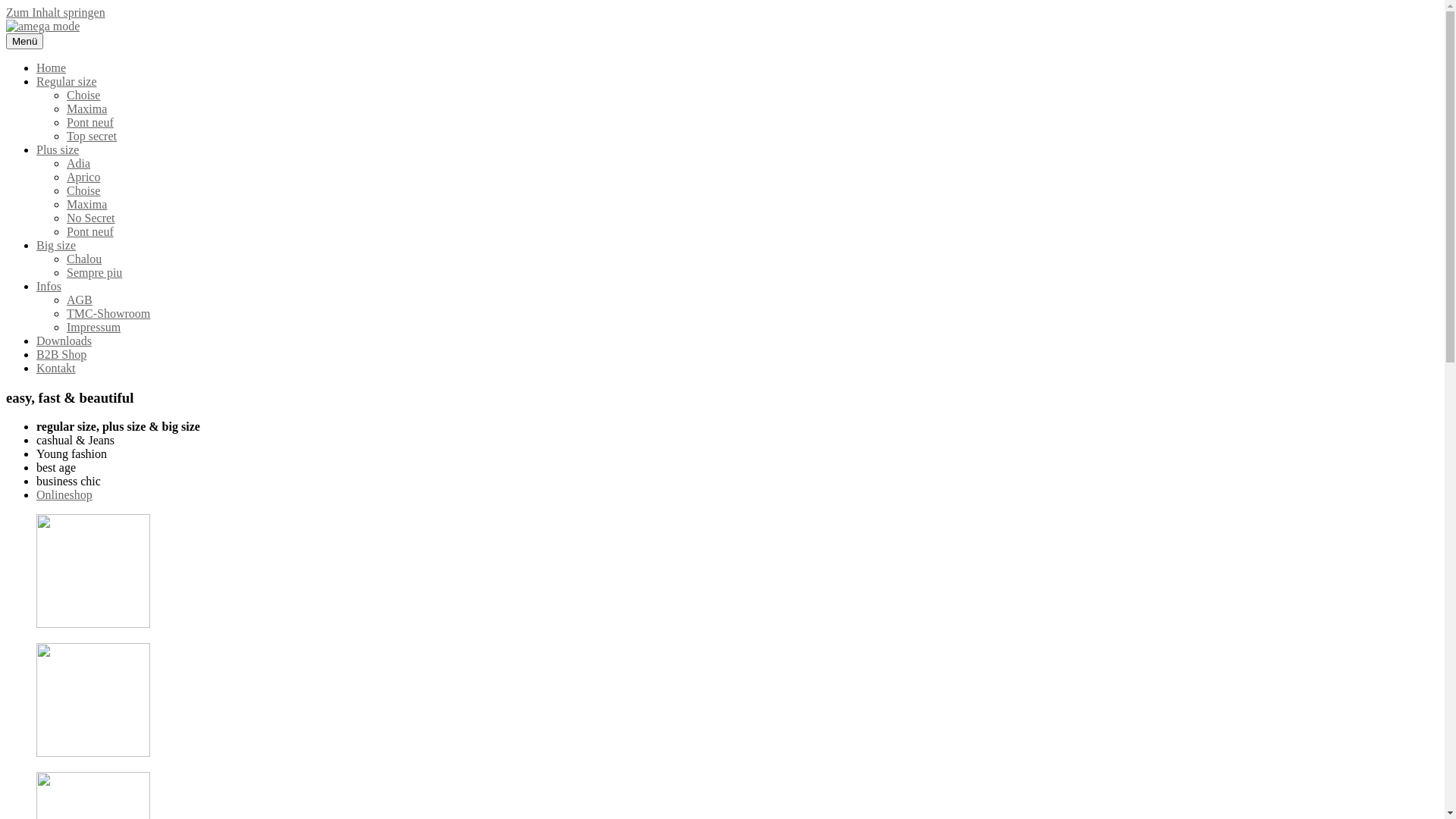 This screenshot has width=1456, height=819. Describe the element at coordinates (58, 149) in the screenshot. I see `'Plus size'` at that location.